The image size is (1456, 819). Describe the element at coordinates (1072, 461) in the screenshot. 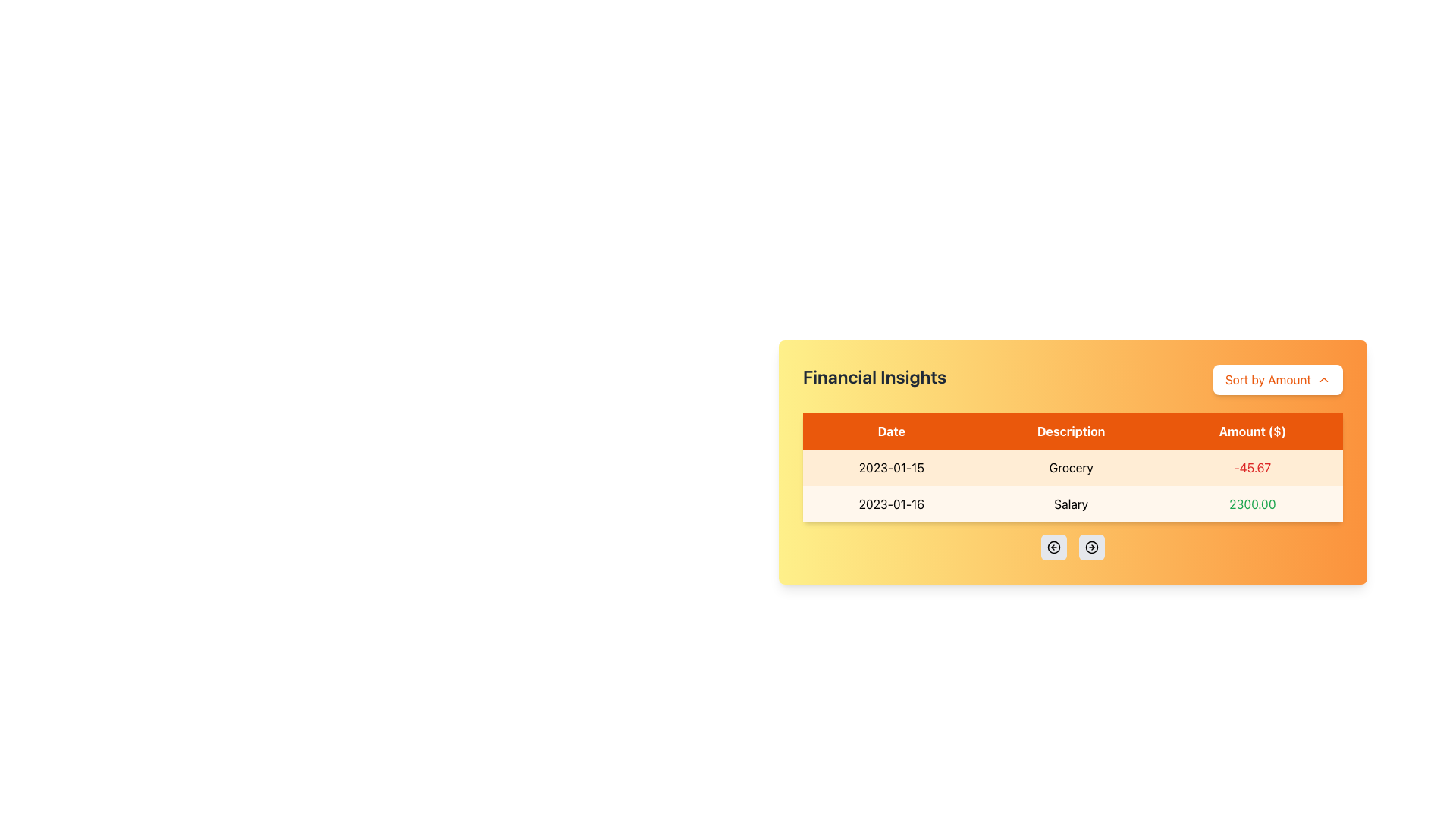

I see `the descriptive text element for the financial record dated '2023-01-15', located in the second row and second column of the table under the 'Description' header` at that location.